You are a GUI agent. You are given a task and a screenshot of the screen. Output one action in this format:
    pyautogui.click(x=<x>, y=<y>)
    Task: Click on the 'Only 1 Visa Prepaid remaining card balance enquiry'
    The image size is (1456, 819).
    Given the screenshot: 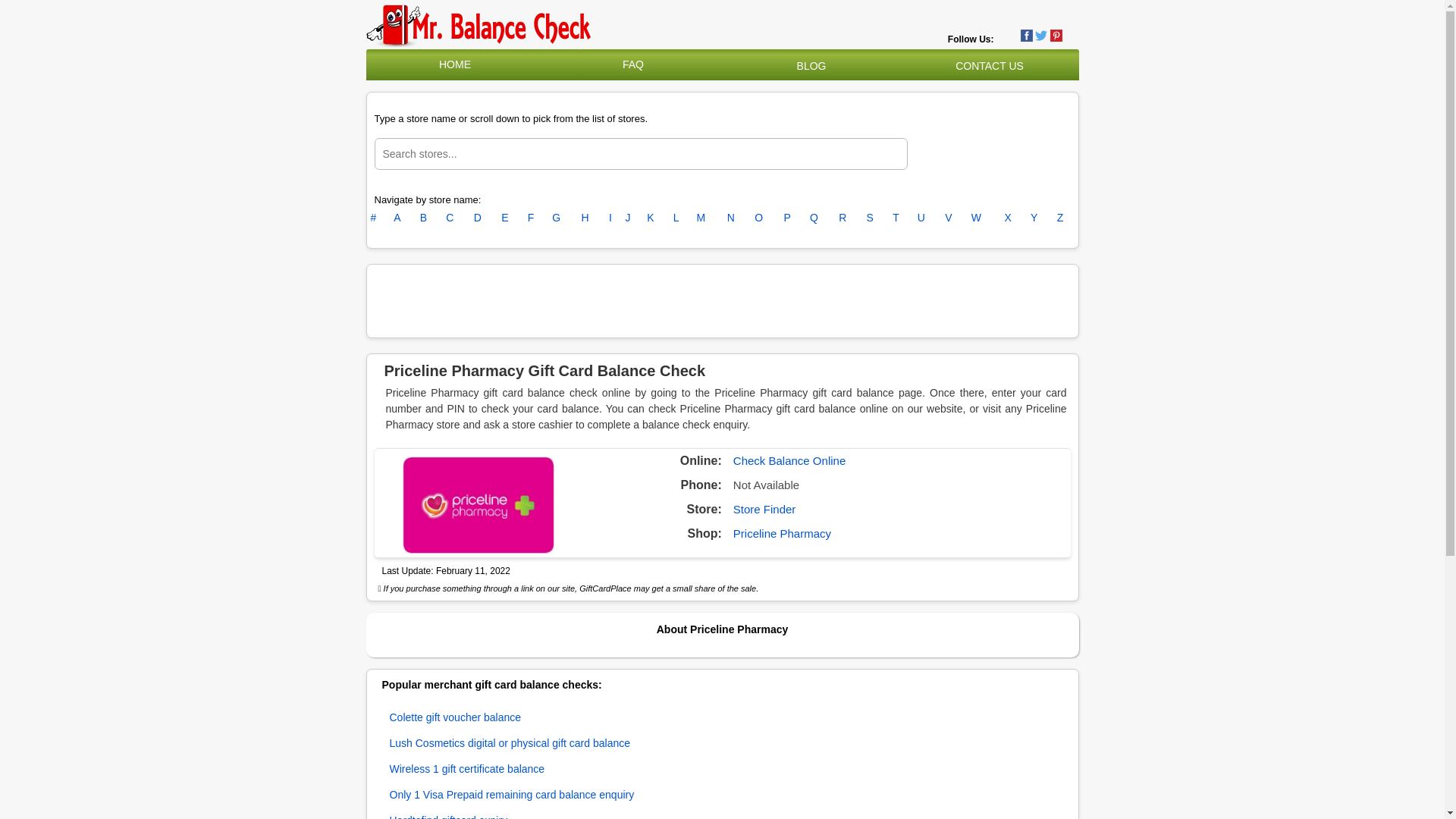 What is the action you would take?
    pyautogui.click(x=512, y=794)
    